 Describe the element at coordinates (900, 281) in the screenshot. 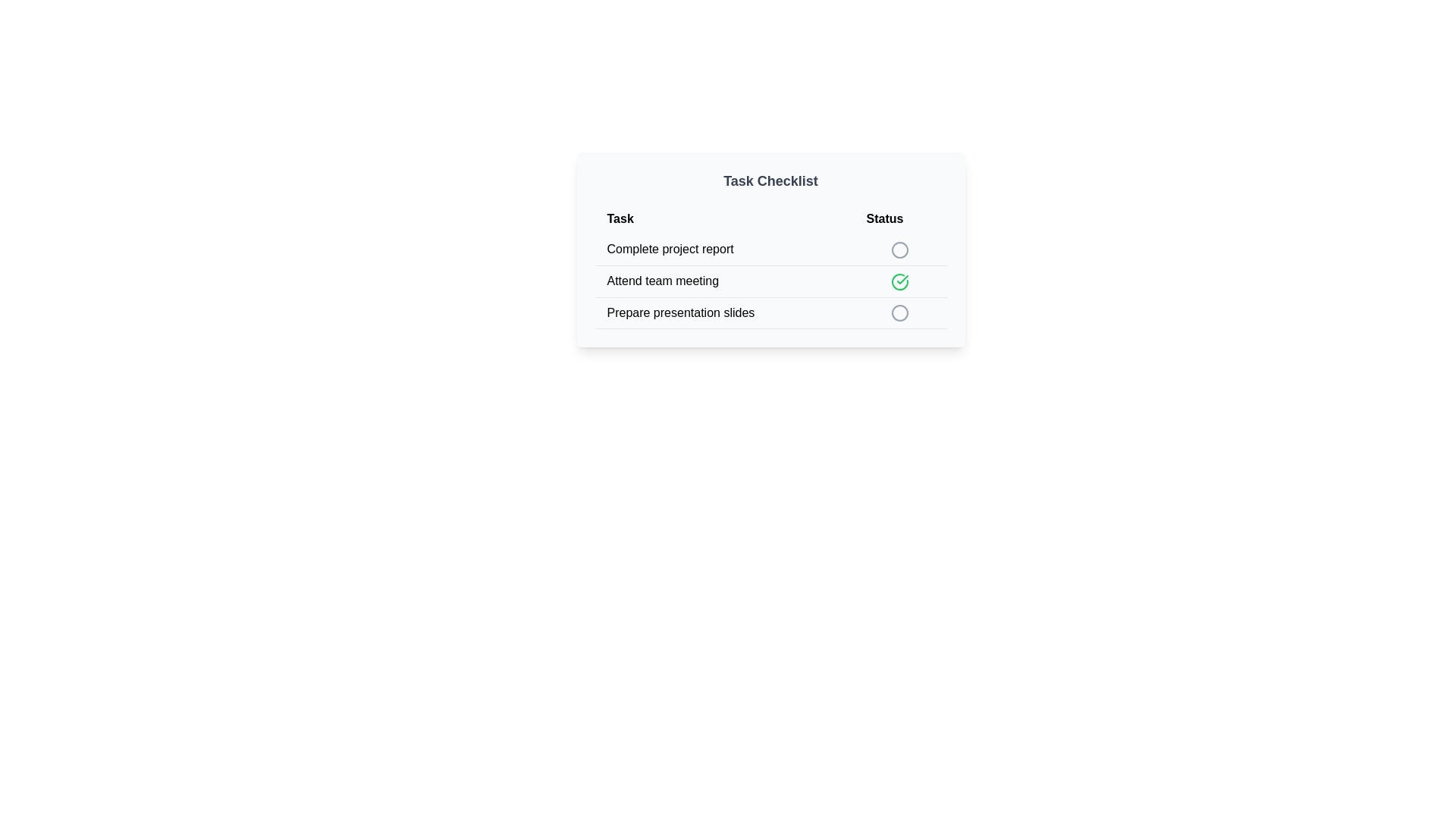

I see `the green-bordered circular completion indicator with a checkmark symbol in the 'Status' column, aligned with the 'Attend team meeting' task` at that location.